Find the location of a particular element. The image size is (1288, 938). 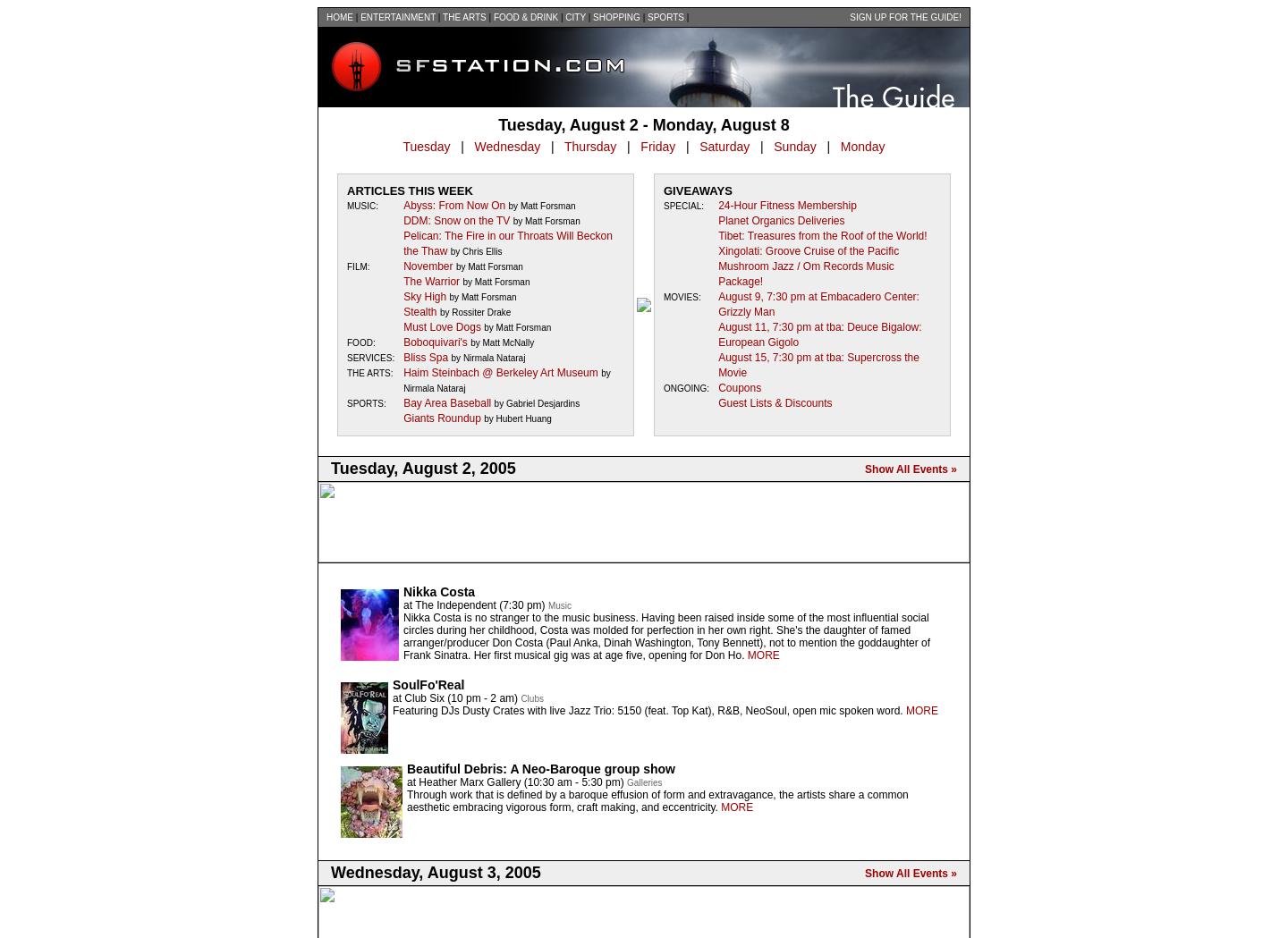

'August 11, 7:30 pm at tba: Deuce Bigalow: European Gigolo' is located at coordinates (819, 334).